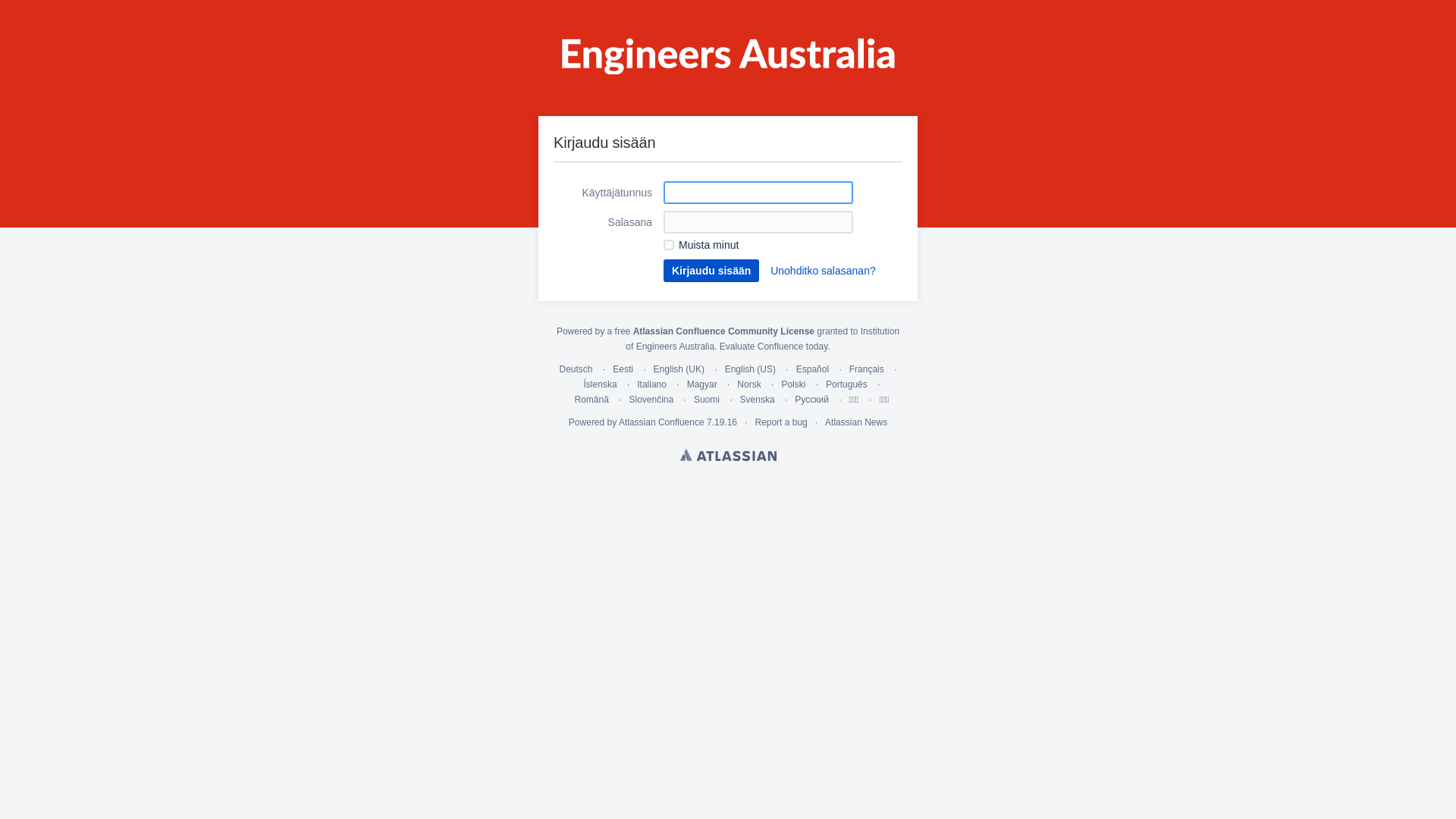  I want to click on 'Norsk', so click(748, 383).